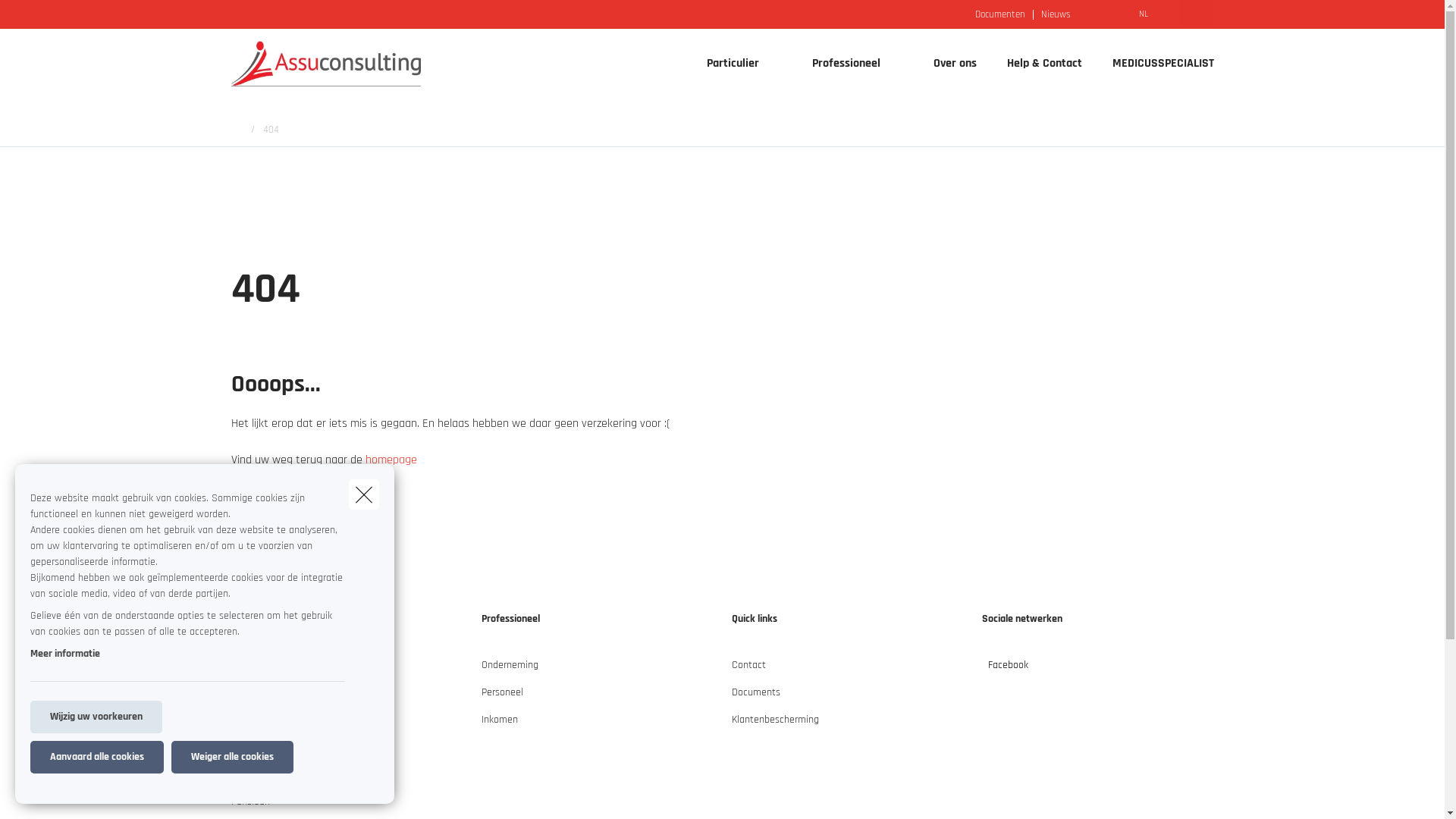  I want to click on 'MEDICUSSPECIALIST', so click(1096, 63).